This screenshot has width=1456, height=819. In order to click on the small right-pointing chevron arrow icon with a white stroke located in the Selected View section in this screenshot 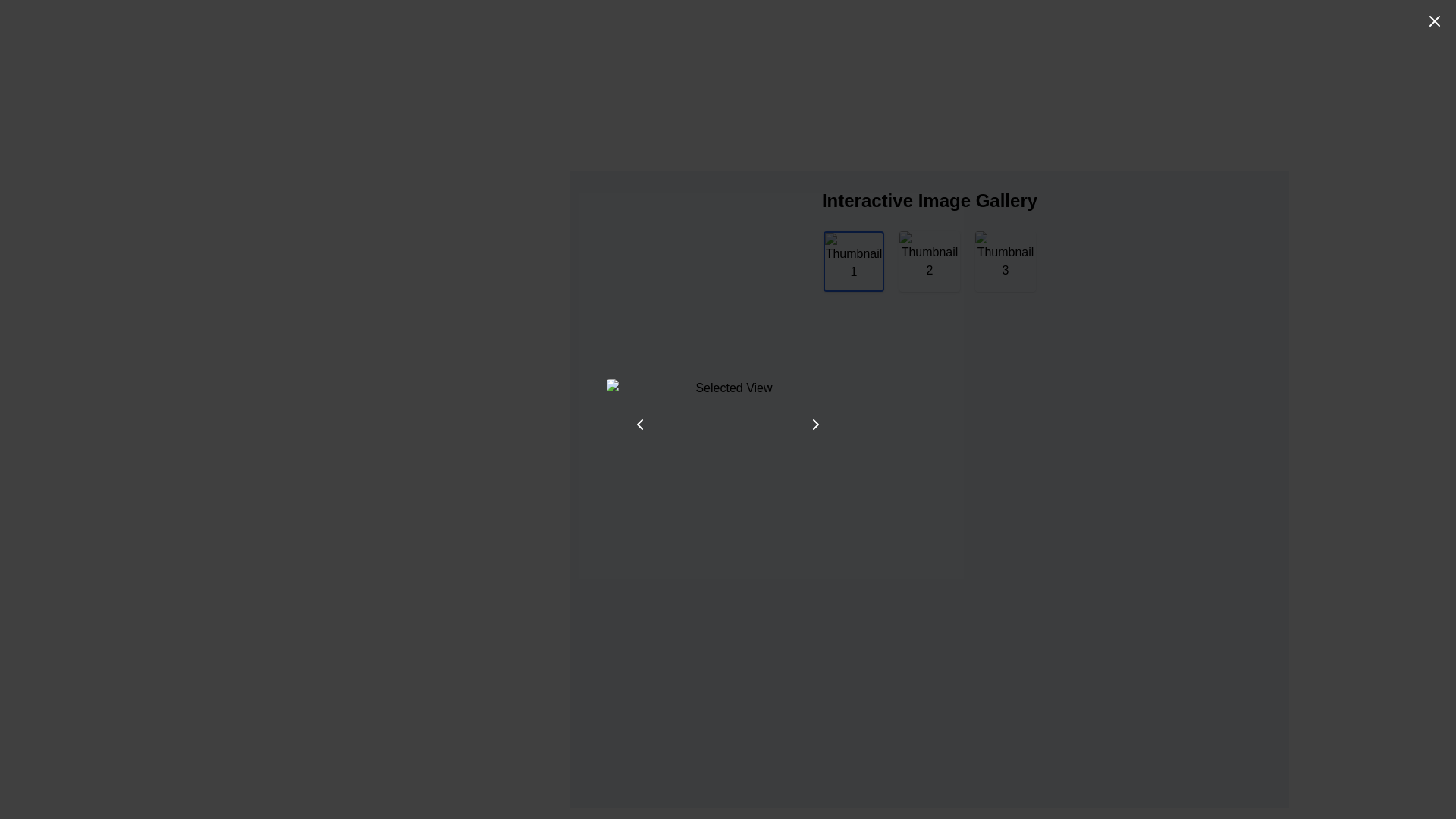, I will do `click(814, 424)`.